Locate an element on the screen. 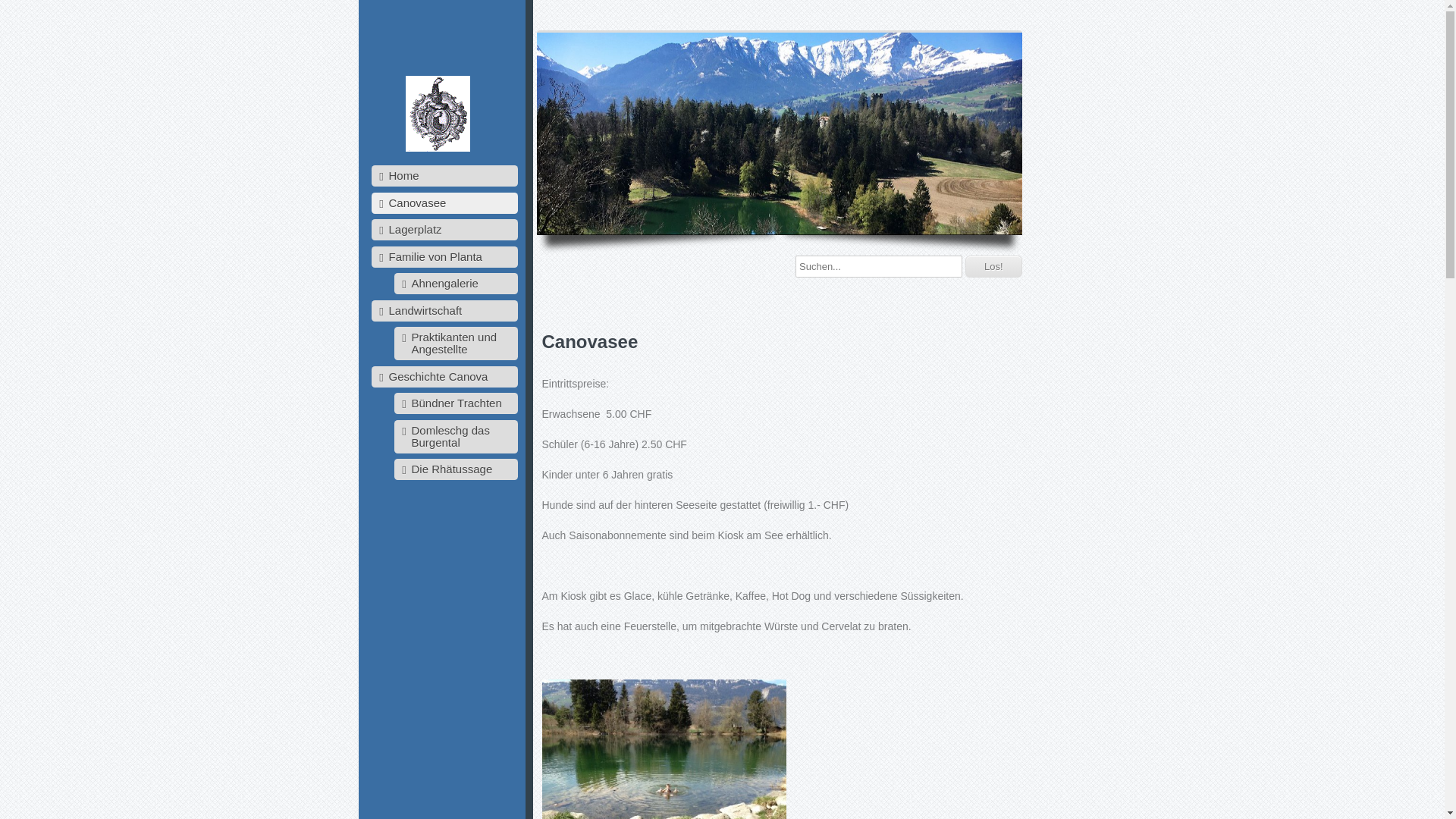 This screenshot has height=819, width=1456. 'Landwirtschaft' is located at coordinates (444, 309).